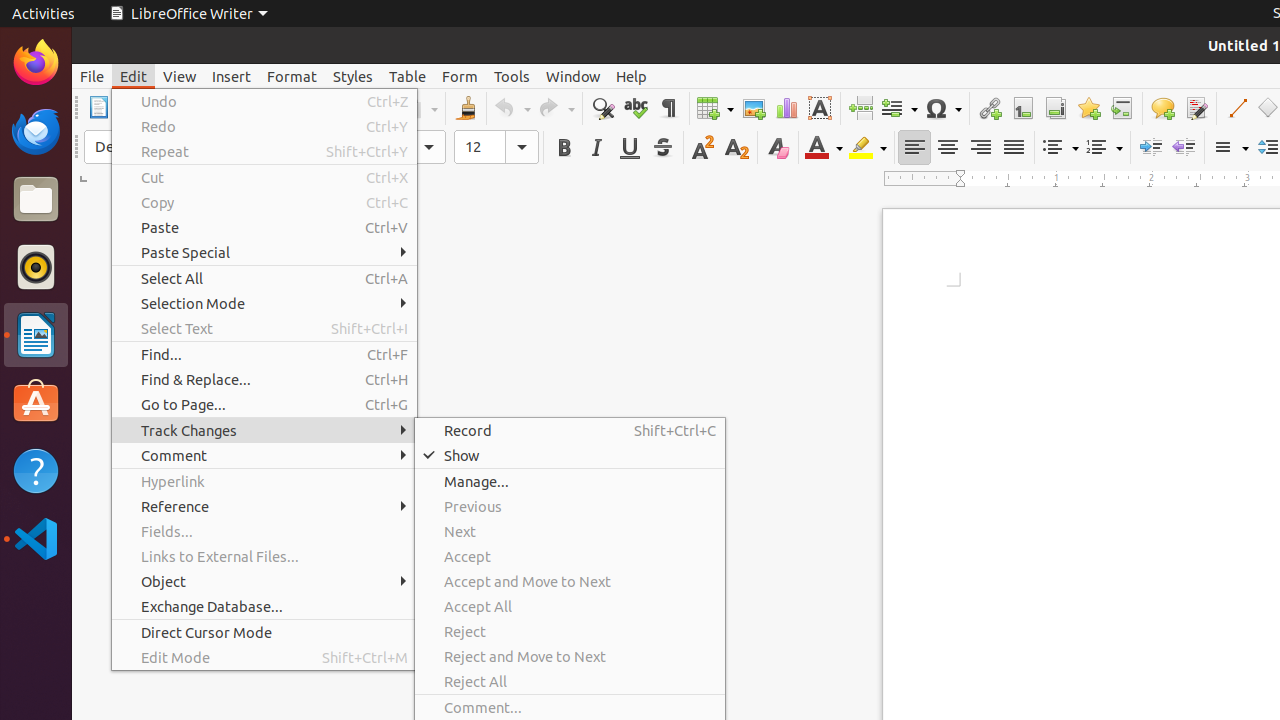  What do you see at coordinates (35, 537) in the screenshot?
I see `'Visual Studio Code'` at bounding box center [35, 537].